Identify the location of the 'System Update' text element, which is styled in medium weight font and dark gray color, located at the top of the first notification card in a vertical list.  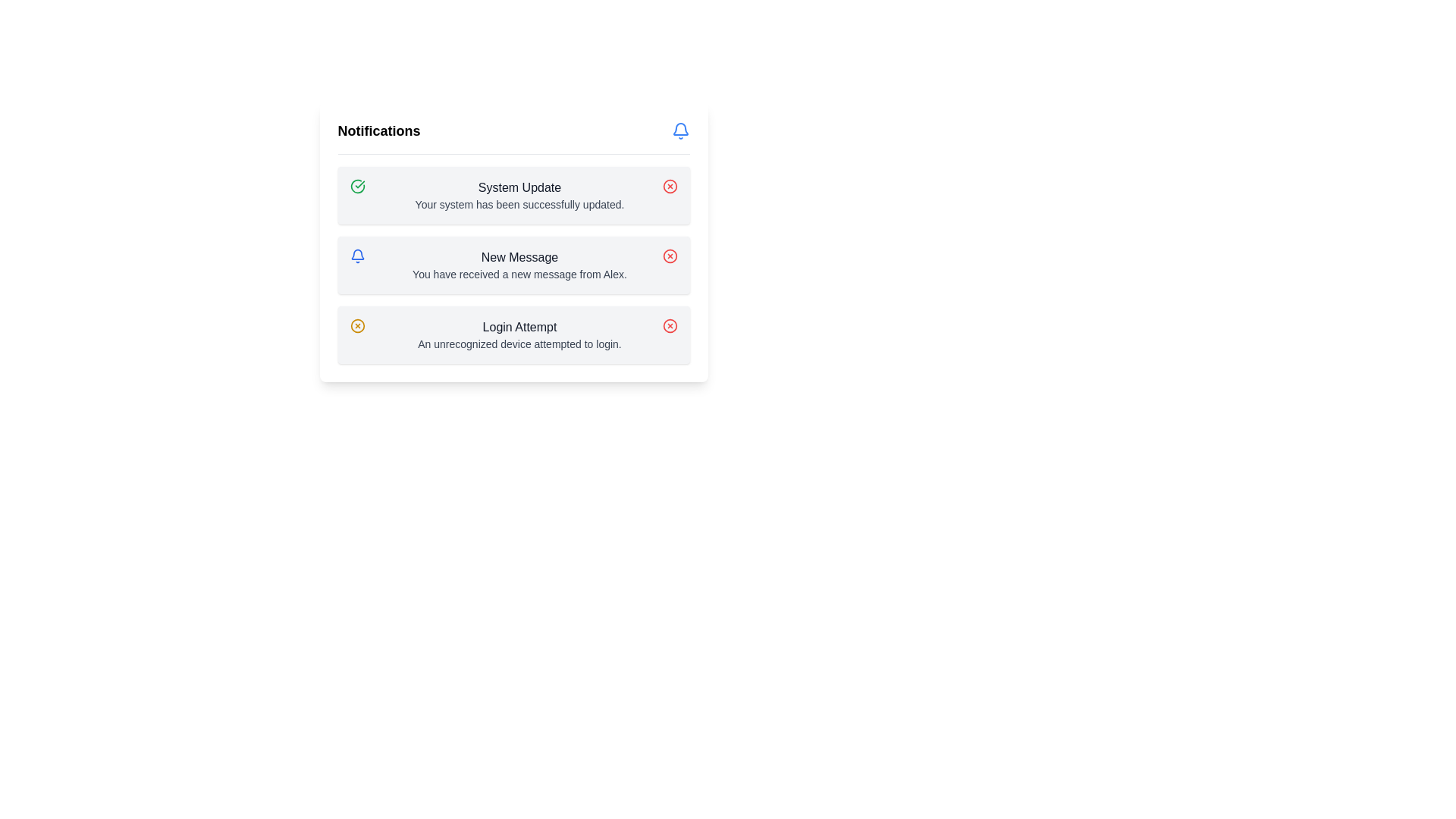
(519, 187).